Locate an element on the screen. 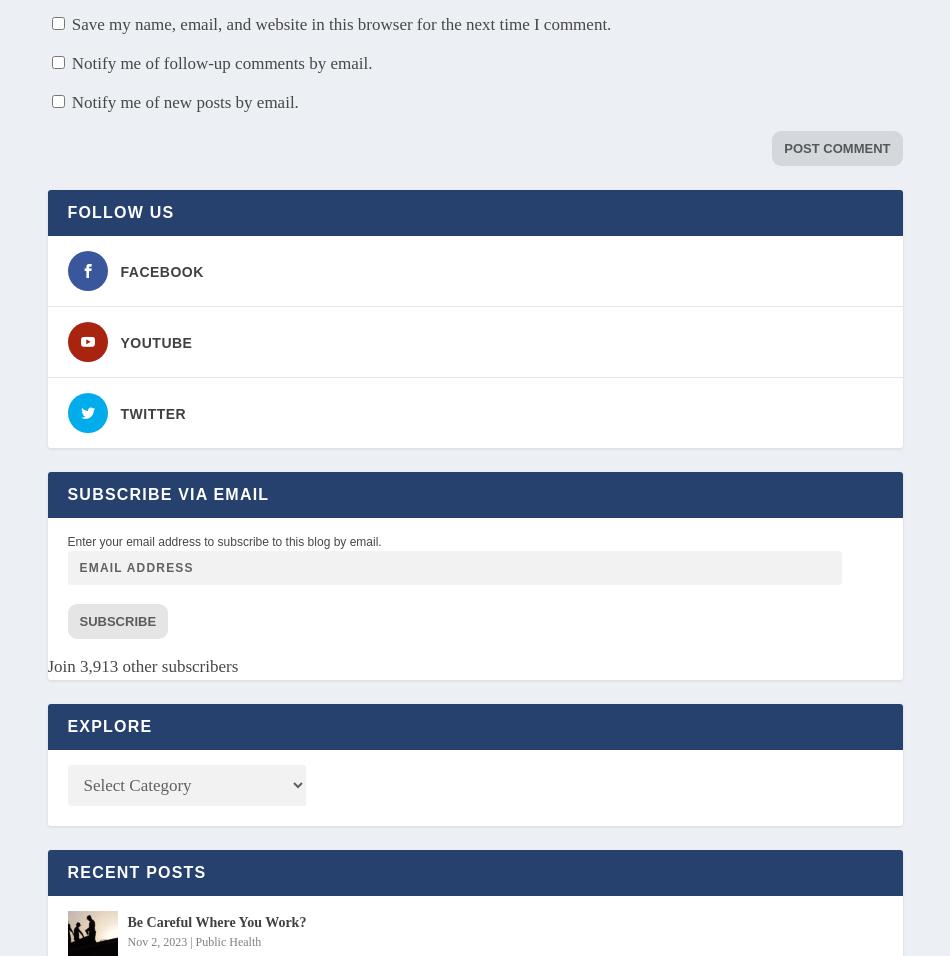 The height and width of the screenshot is (956, 950). 'Be Careful Where You Work?' is located at coordinates (216, 921).